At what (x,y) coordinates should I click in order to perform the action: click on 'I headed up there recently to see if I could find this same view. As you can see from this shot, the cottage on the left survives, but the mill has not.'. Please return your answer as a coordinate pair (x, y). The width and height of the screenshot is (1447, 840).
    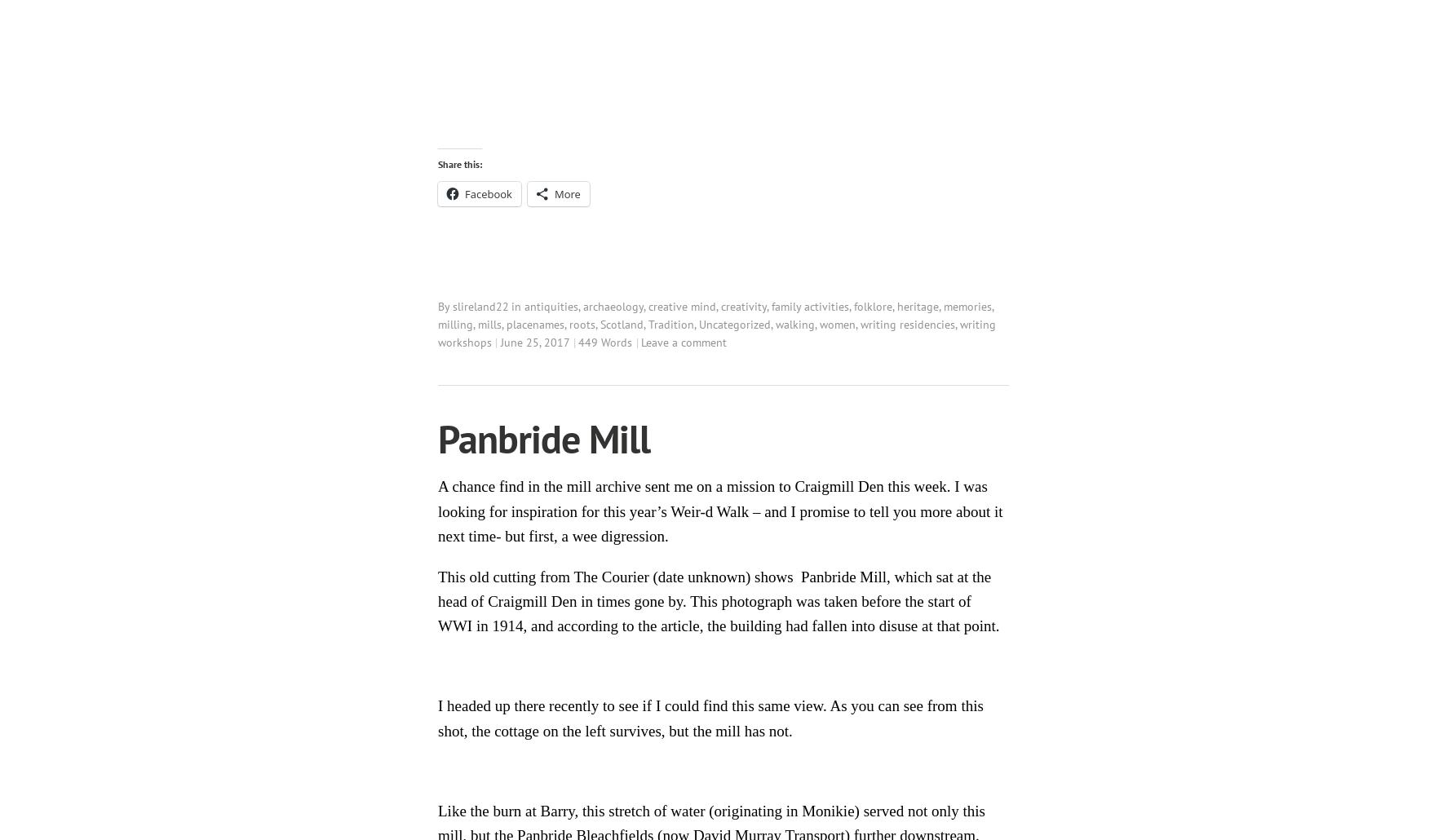
    Looking at the image, I should click on (710, 718).